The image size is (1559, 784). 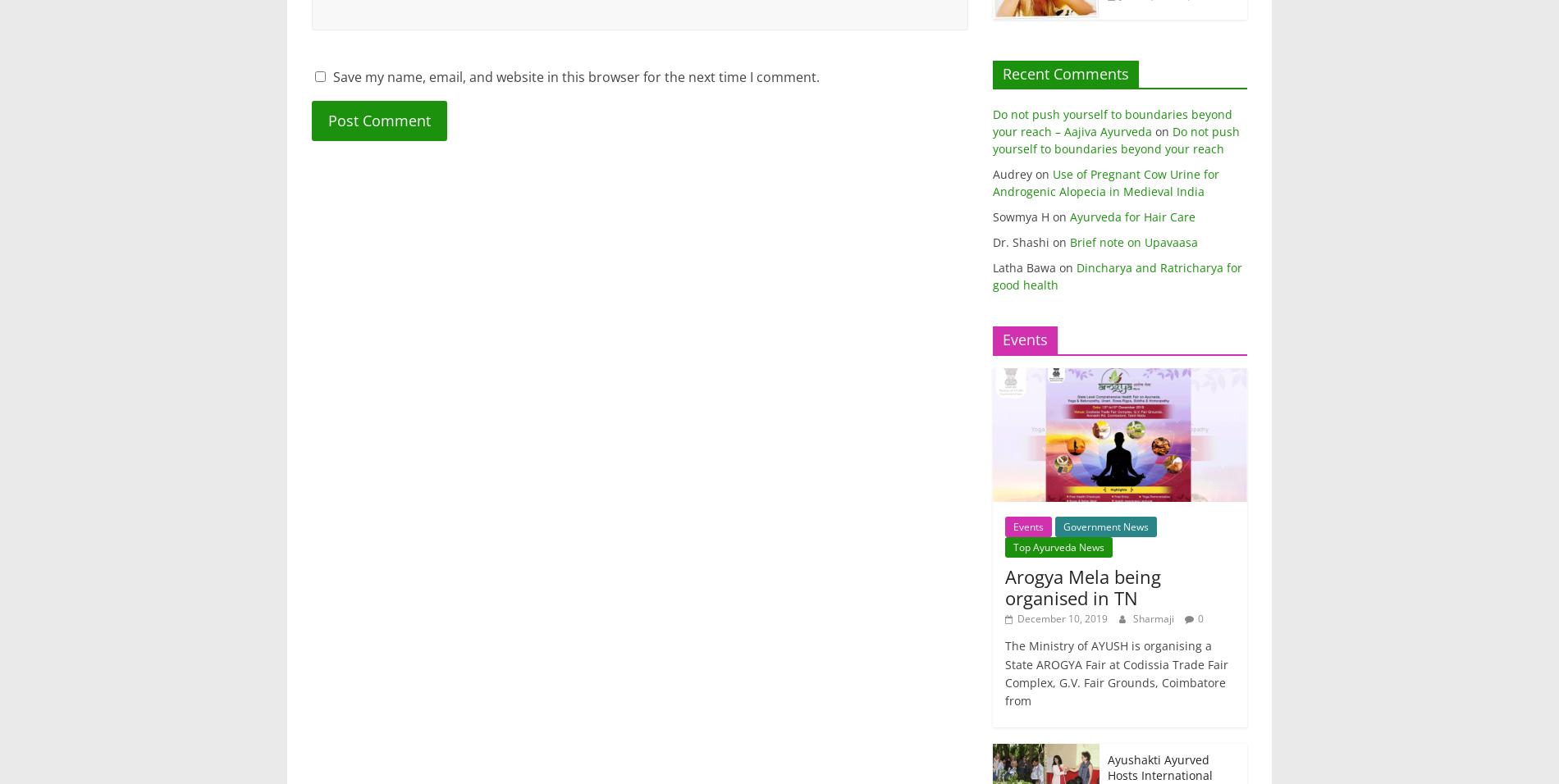 I want to click on 'Dincharya and Ratricharya for good health', so click(x=991, y=275).